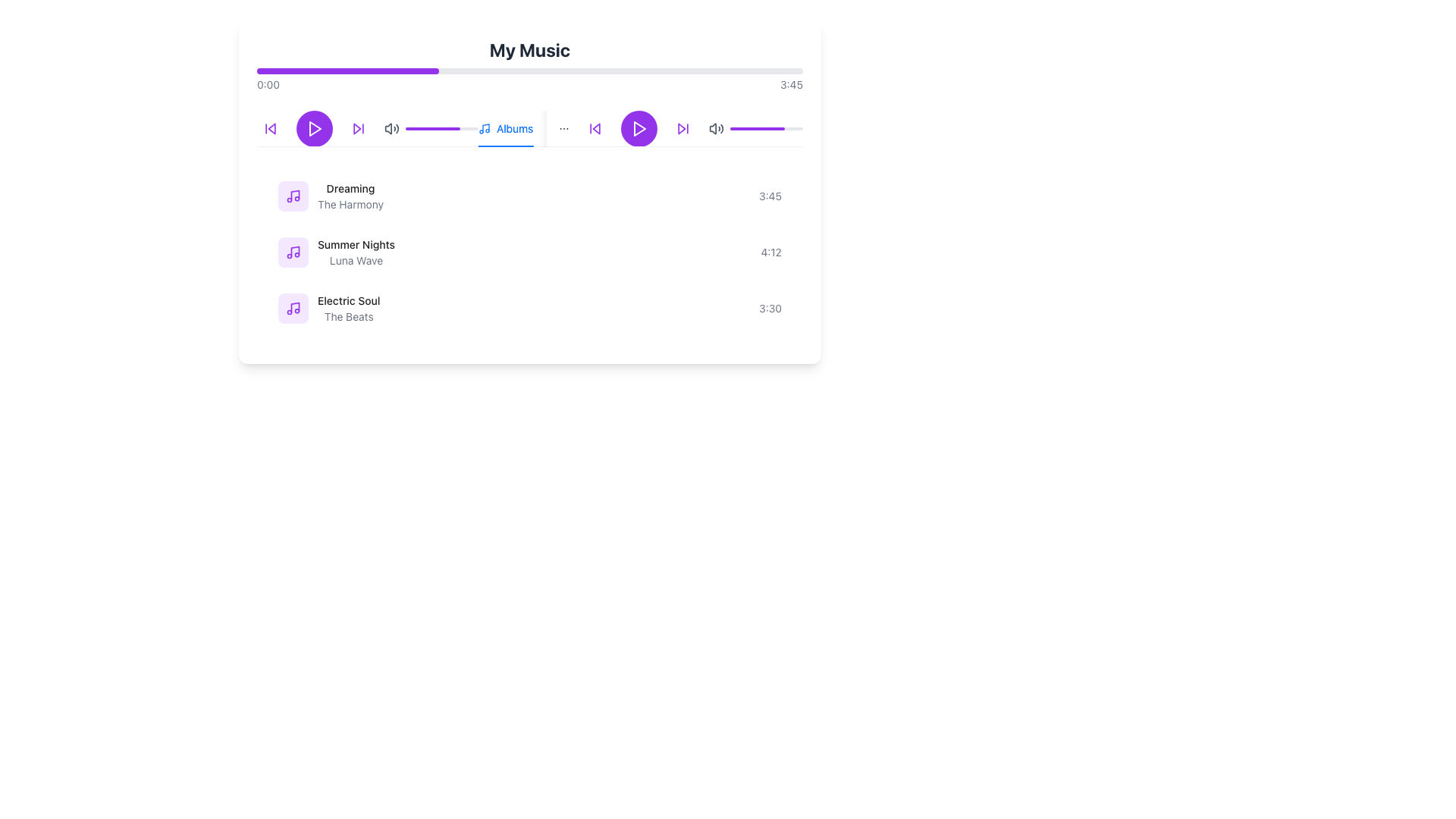  Describe the element at coordinates (336, 251) in the screenshot. I see `the second song entry in the music list` at that location.